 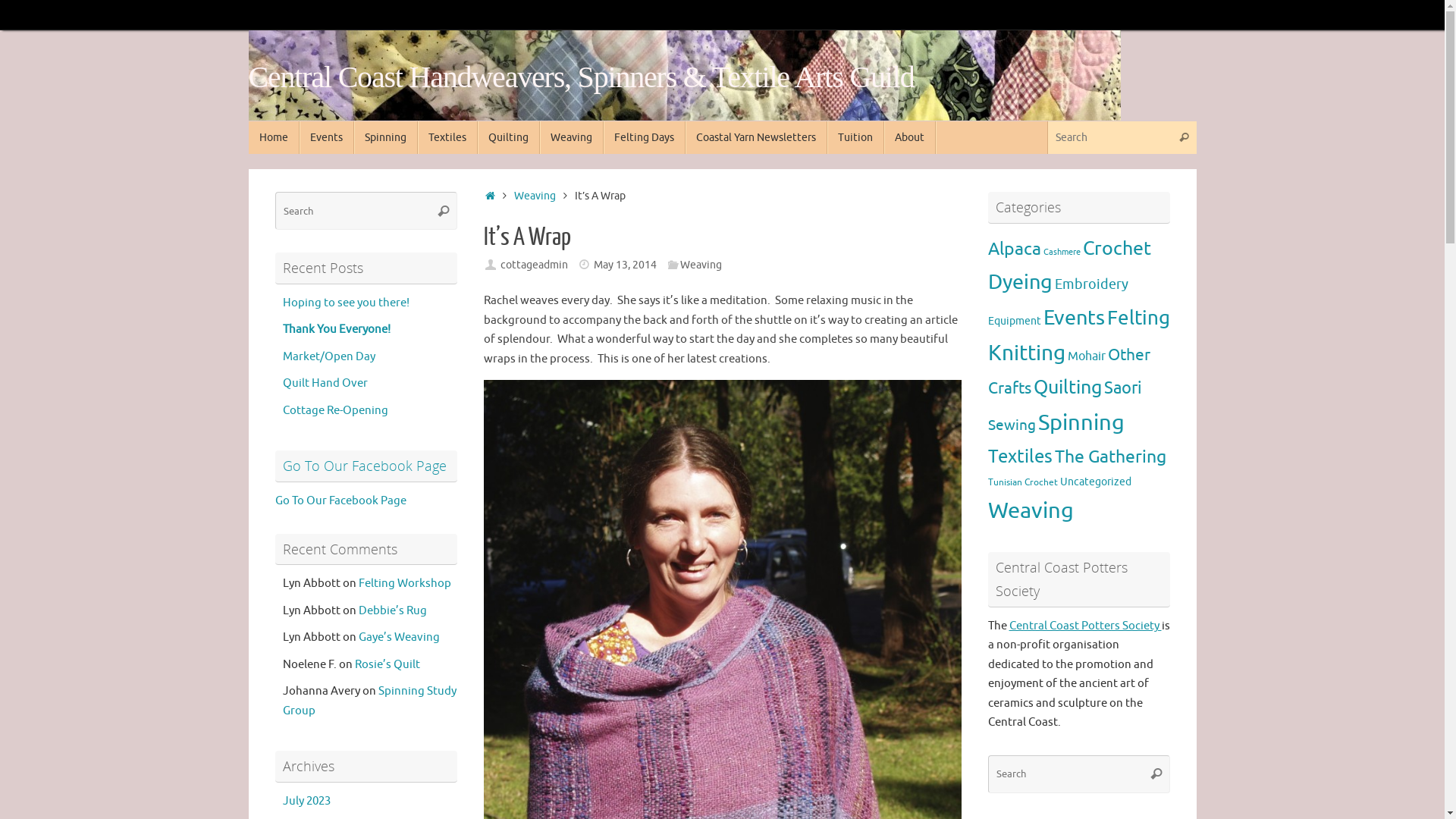 I want to click on 'Author ', so click(x=491, y=263).